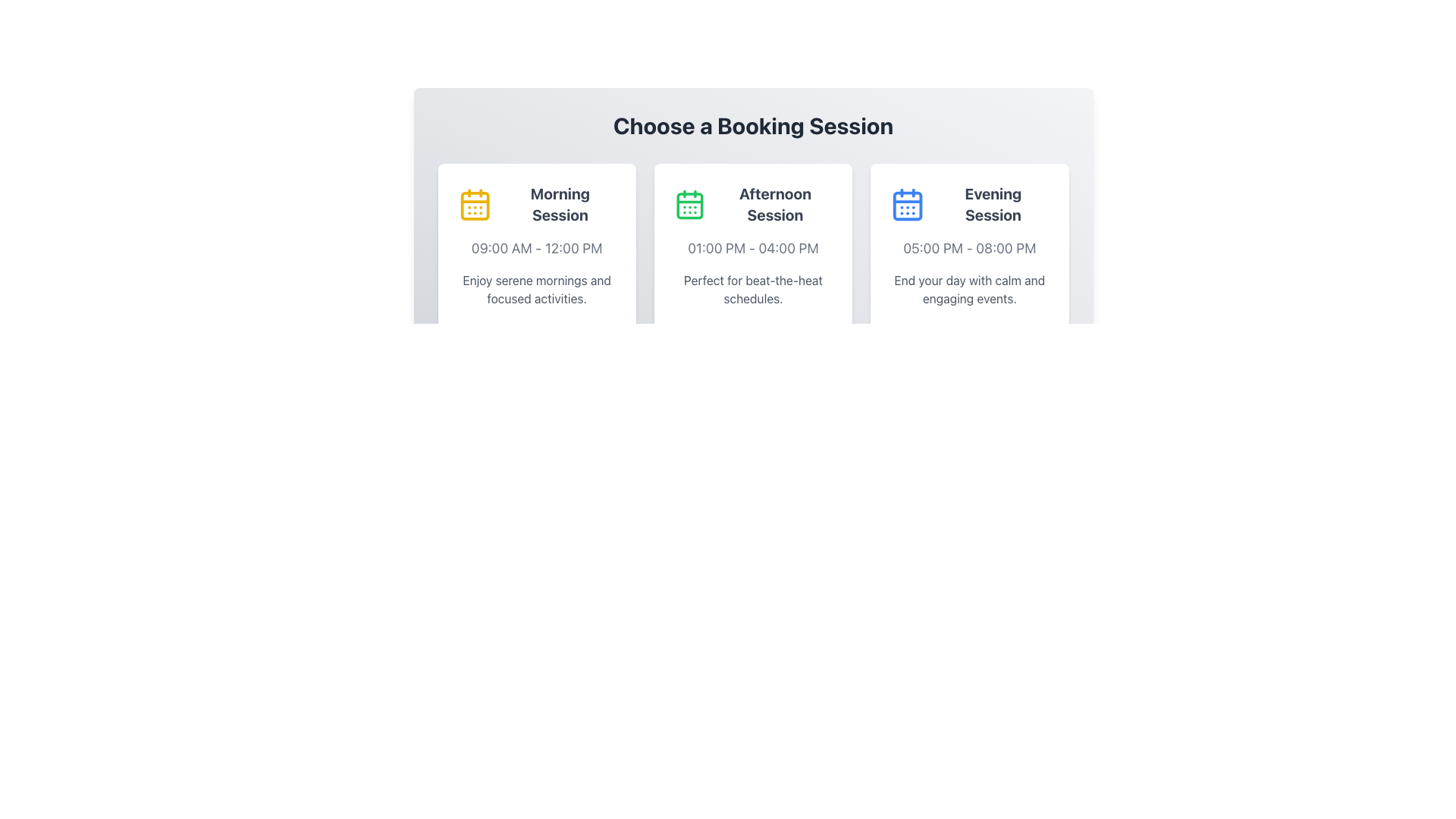  Describe the element at coordinates (753, 289) in the screenshot. I see `text block that says 'Perfect for beat-the-heat schedules.' located in the middle column under the title 'Afternoon Session' and time slot '01:00 PM - 04:00 PM' in the central white card of the 3-card layout` at that location.